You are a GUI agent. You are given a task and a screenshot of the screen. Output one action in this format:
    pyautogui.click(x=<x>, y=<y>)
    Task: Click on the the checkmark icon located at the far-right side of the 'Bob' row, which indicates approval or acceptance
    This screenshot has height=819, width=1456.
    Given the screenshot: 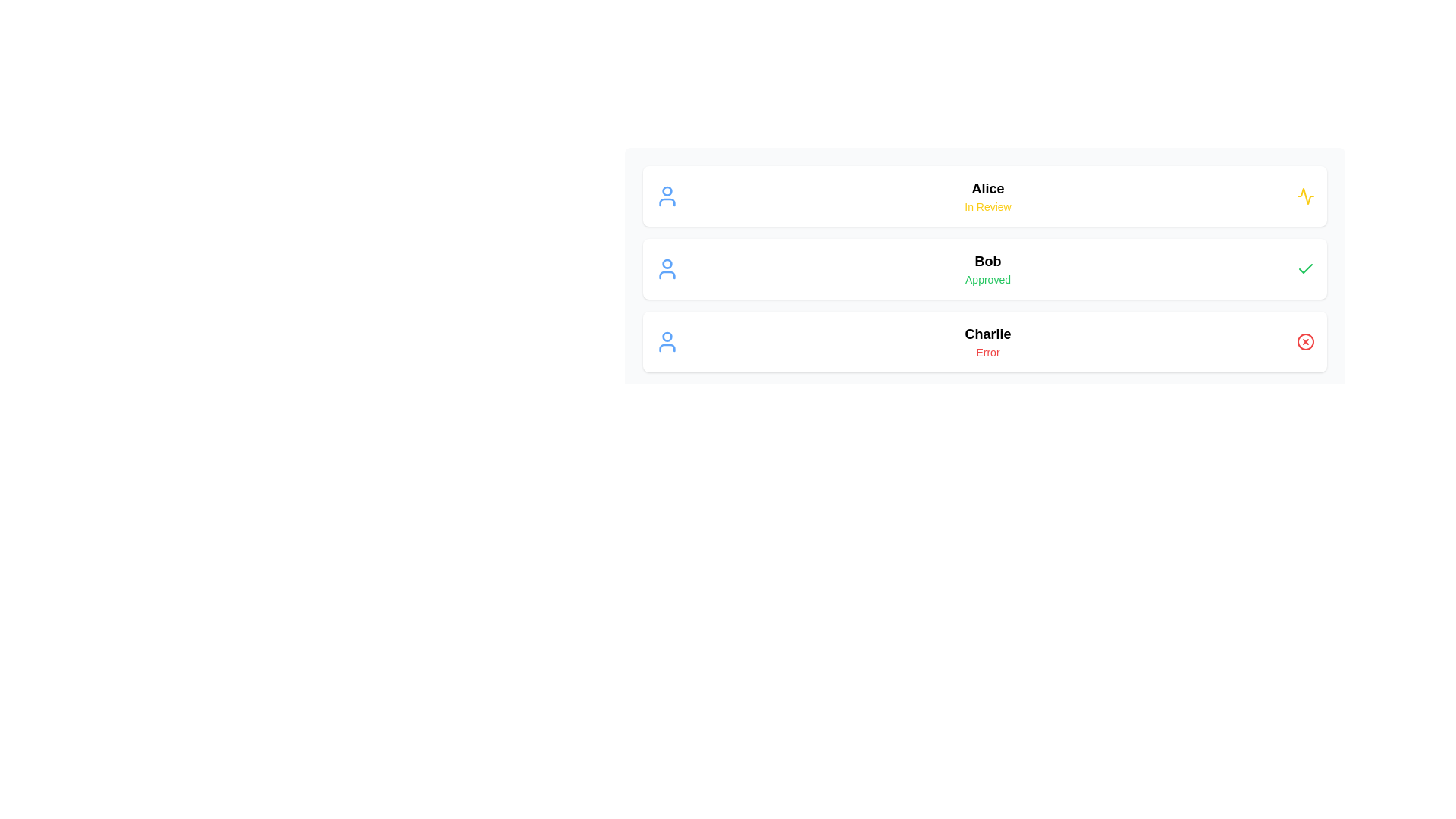 What is the action you would take?
    pyautogui.click(x=1305, y=268)
    